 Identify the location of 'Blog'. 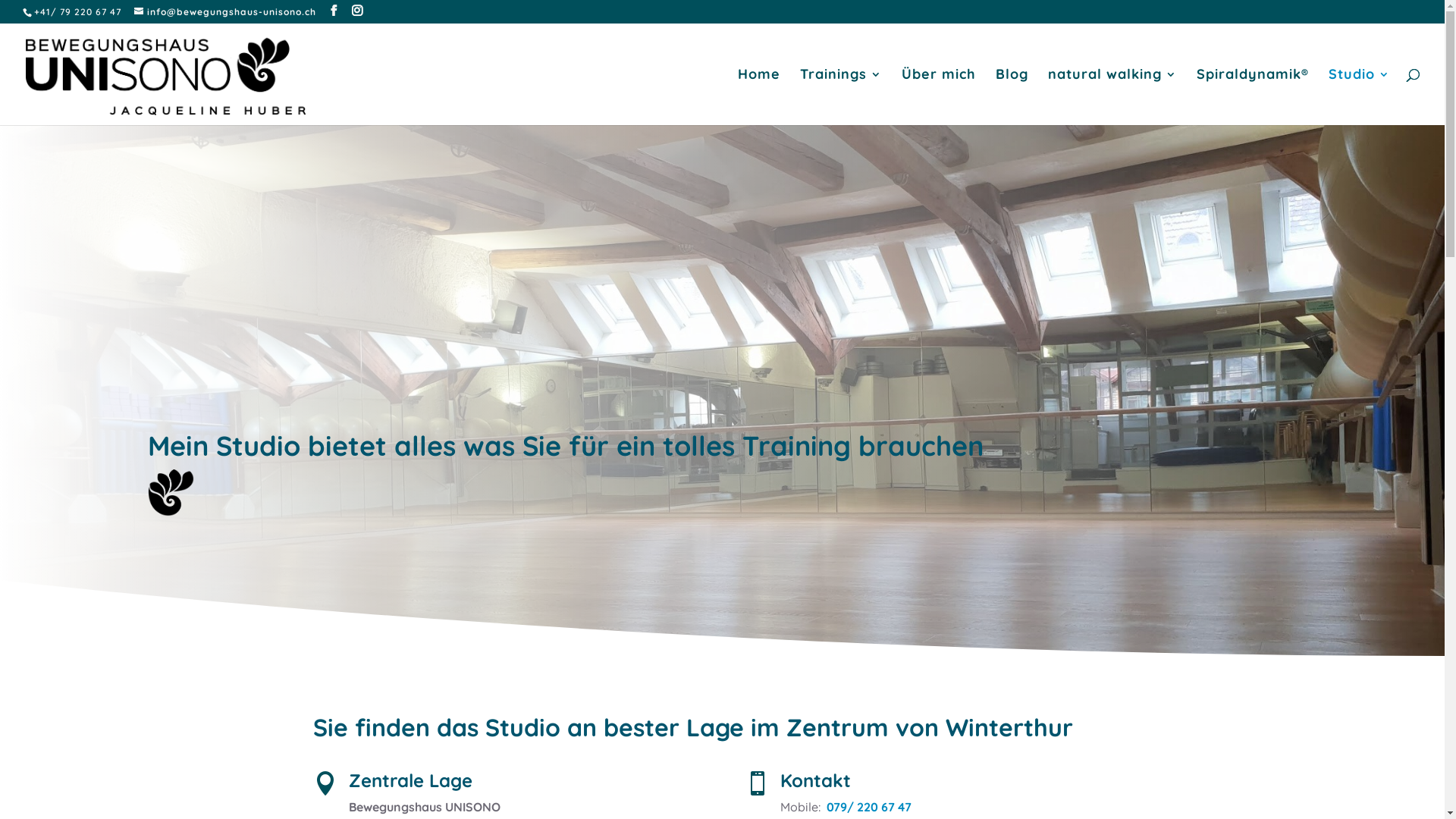
(1012, 96).